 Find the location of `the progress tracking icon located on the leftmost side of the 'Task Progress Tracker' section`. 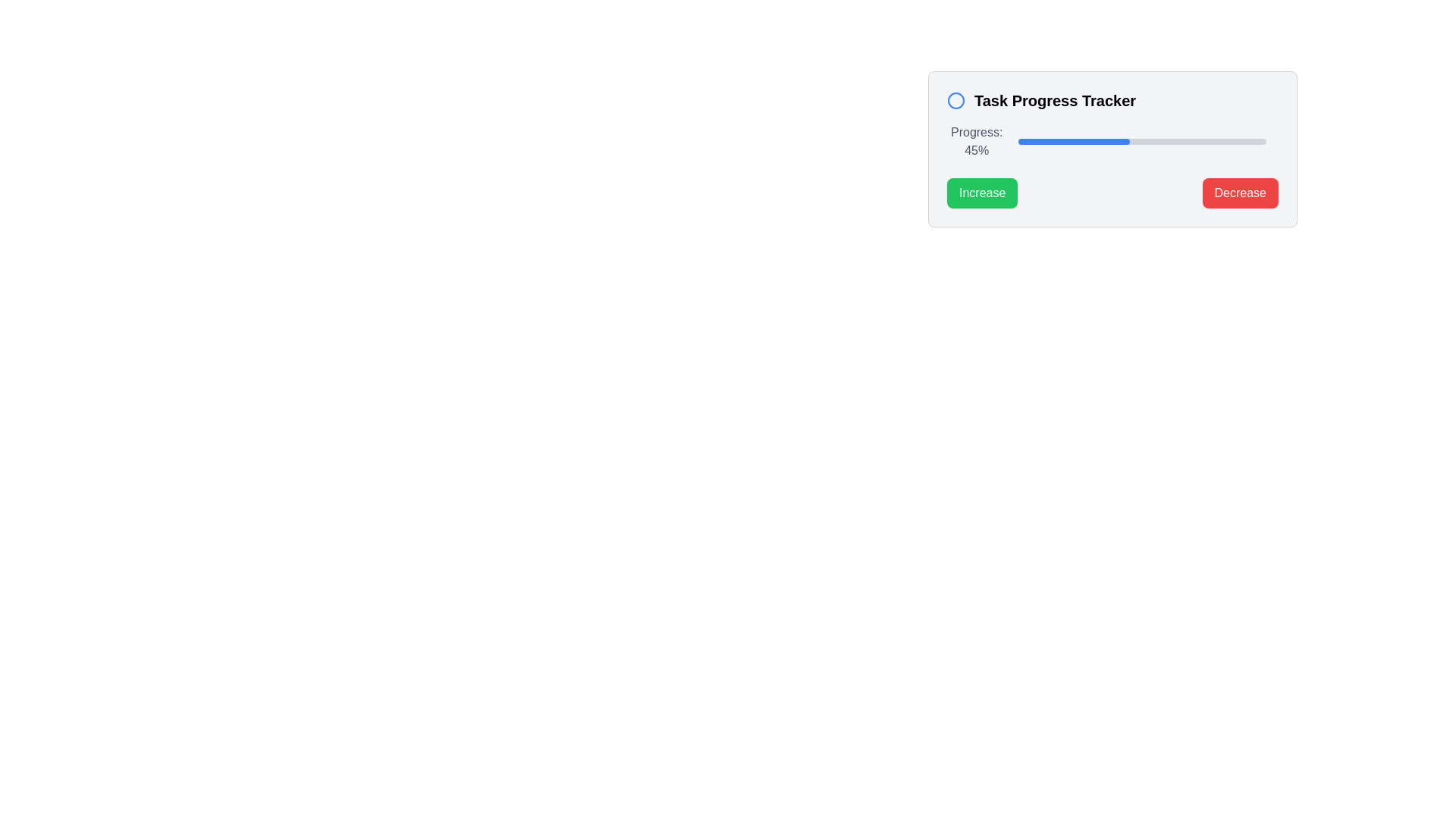

the progress tracking icon located on the leftmost side of the 'Task Progress Tracker' section is located at coordinates (955, 100).